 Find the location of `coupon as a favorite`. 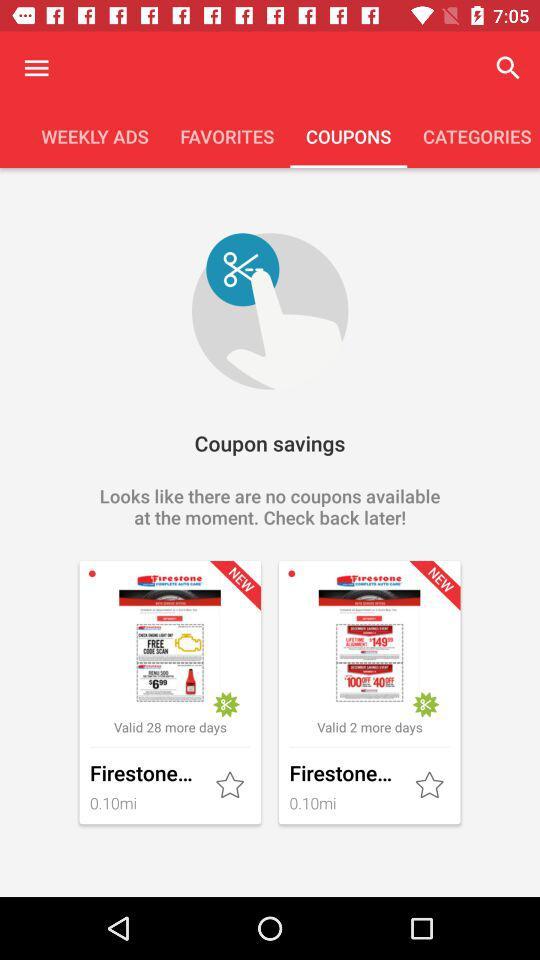

coupon as a favorite is located at coordinates (430, 786).